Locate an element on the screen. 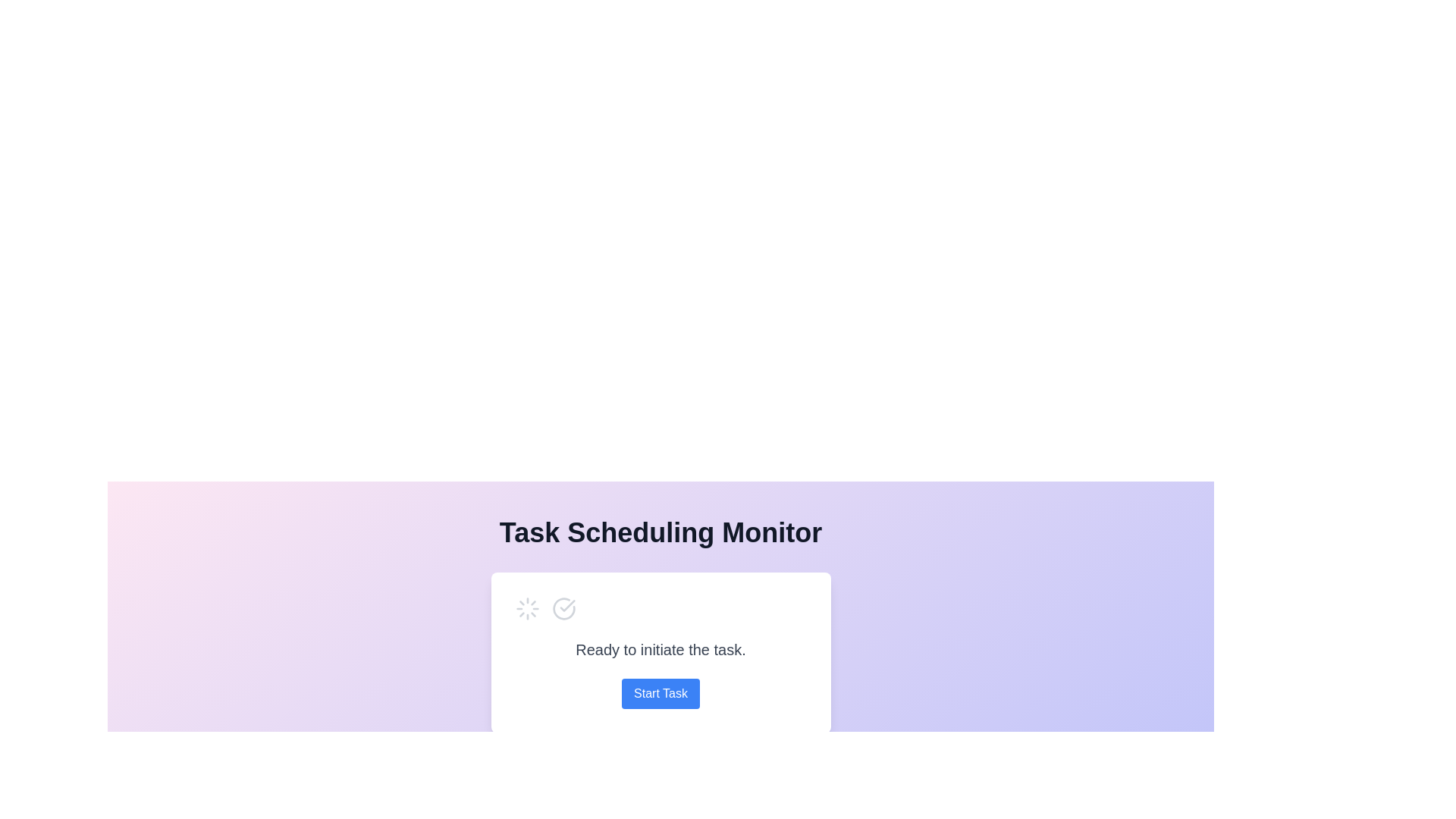 The image size is (1456, 819). the white, rectangular, rounded card with a loading spinner and a checkmark icon in the upper left section, located below the 'Task Scheduling Monitor' heading is located at coordinates (661, 651).